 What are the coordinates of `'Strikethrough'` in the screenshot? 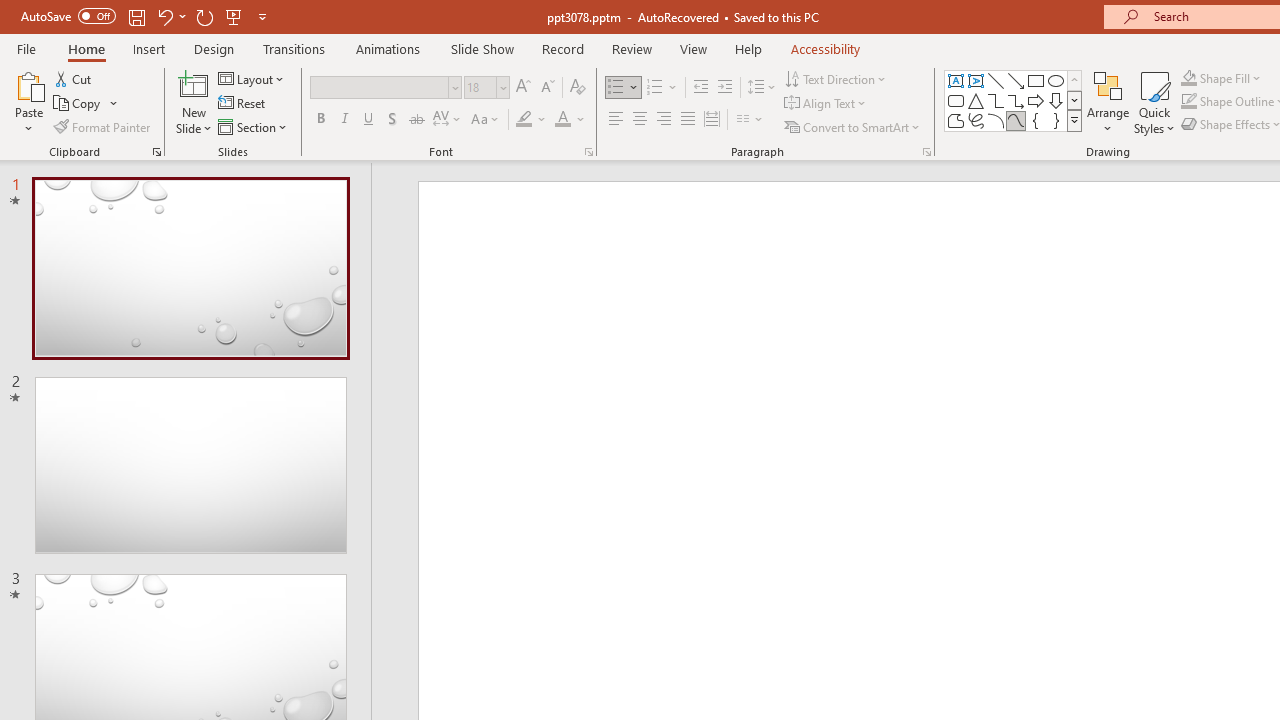 It's located at (415, 119).